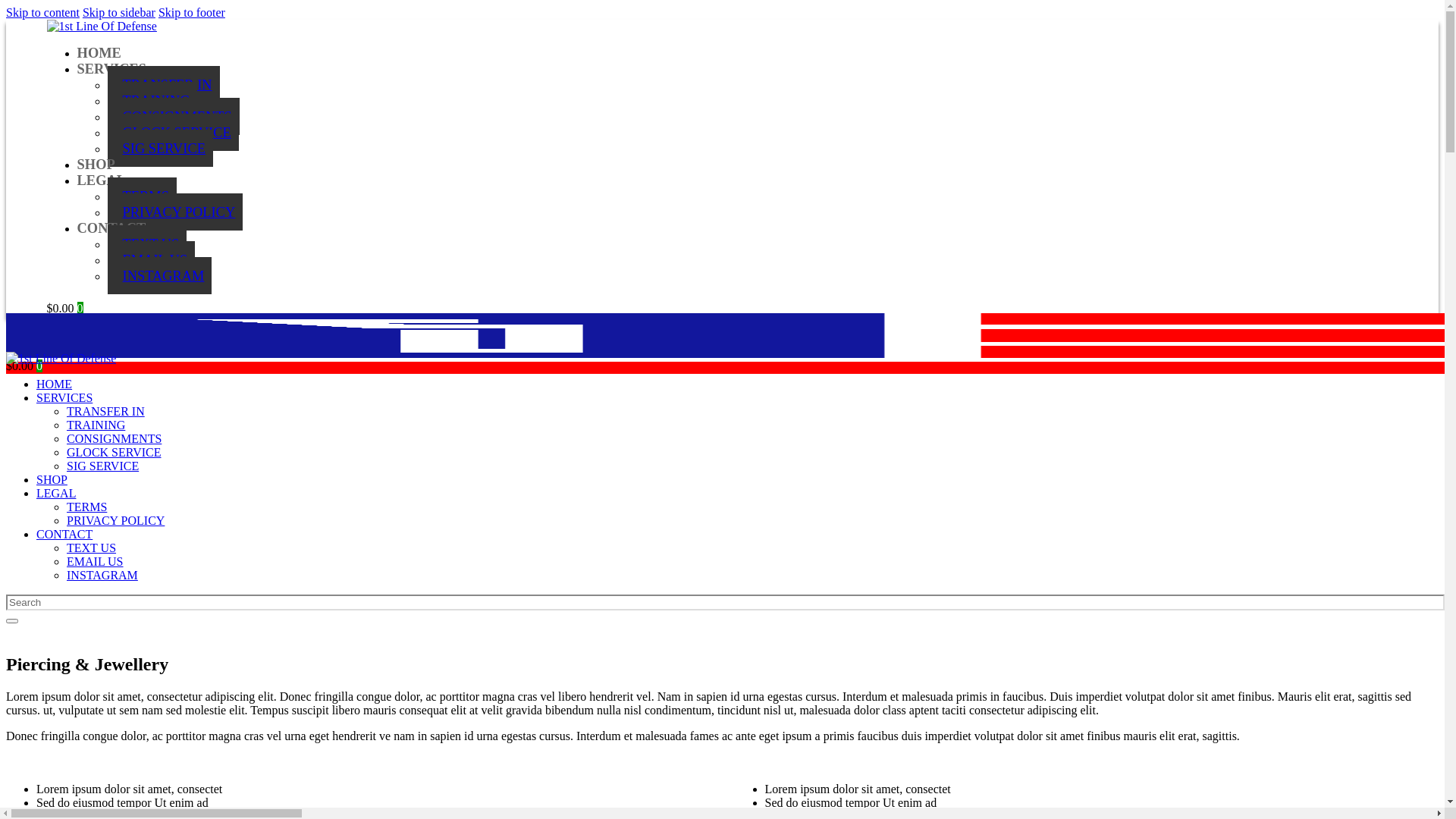 This screenshot has width=1456, height=819. Describe the element at coordinates (55, 493) in the screenshot. I see `'LEGAL'` at that location.